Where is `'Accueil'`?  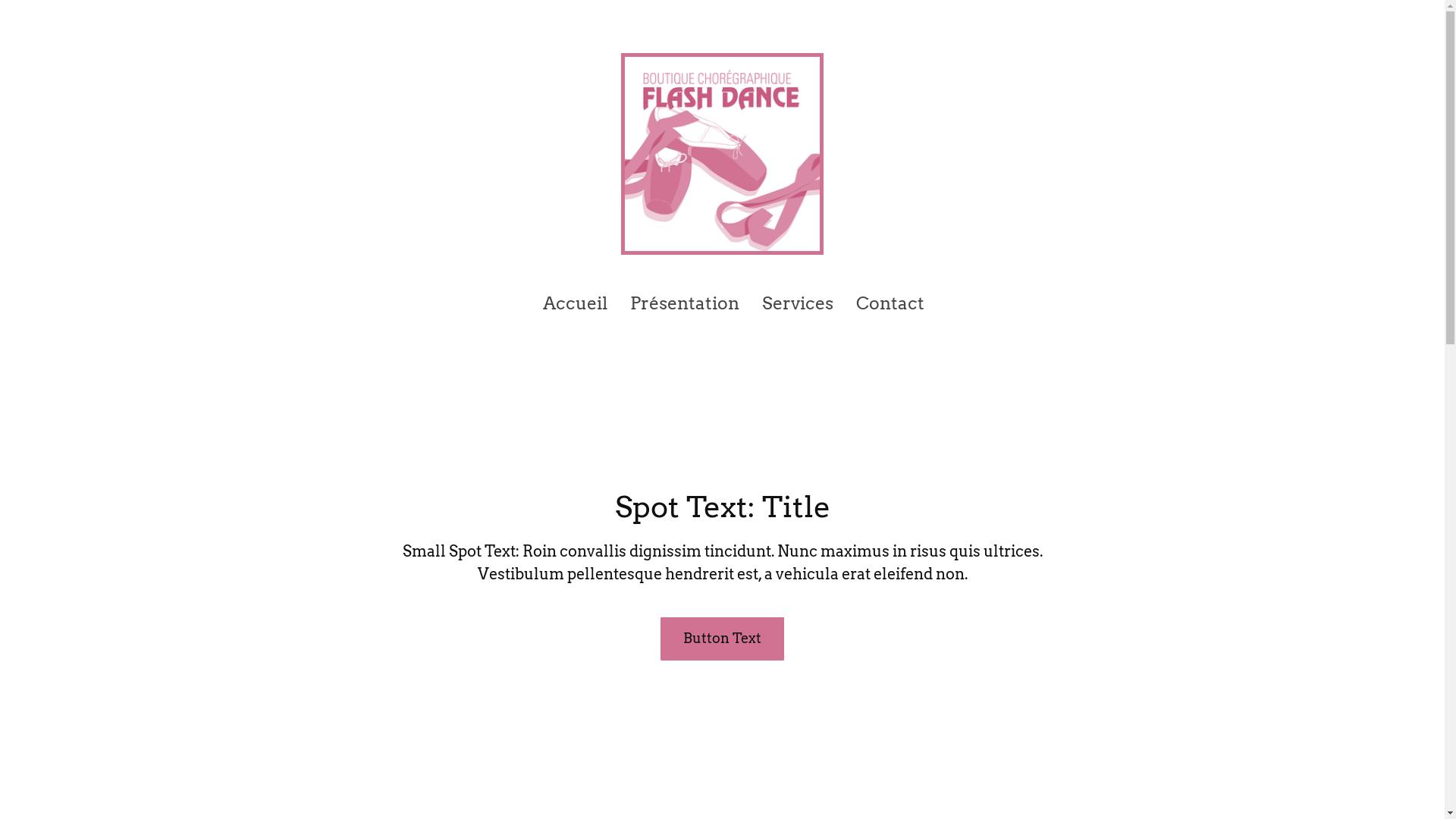 'Accueil' is located at coordinates (542, 303).